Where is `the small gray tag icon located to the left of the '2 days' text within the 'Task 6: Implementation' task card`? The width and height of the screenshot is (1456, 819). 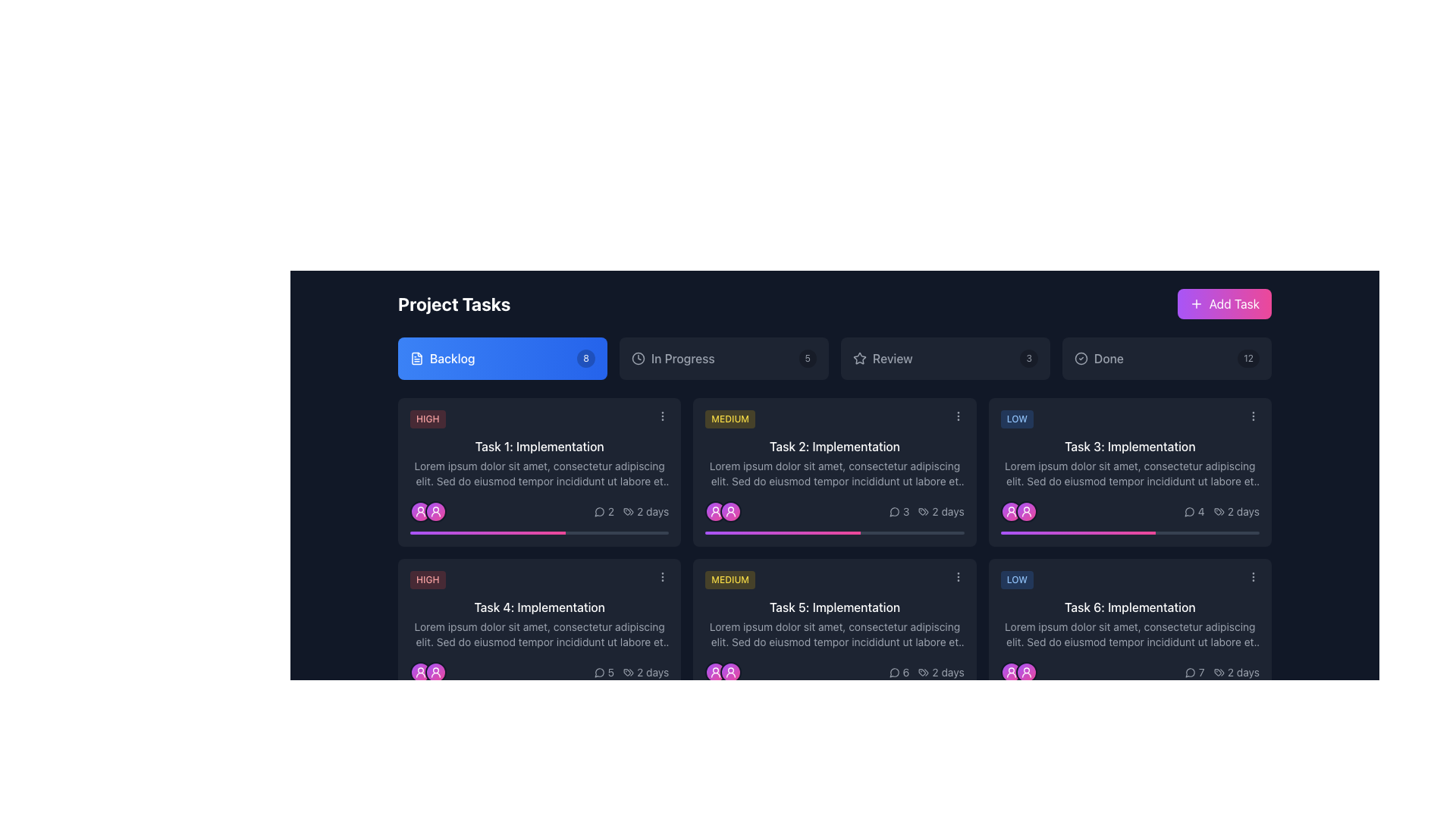
the small gray tag icon located to the left of the '2 days' text within the 'Task 6: Implementation' task card is located at coordinates (1219, 672).